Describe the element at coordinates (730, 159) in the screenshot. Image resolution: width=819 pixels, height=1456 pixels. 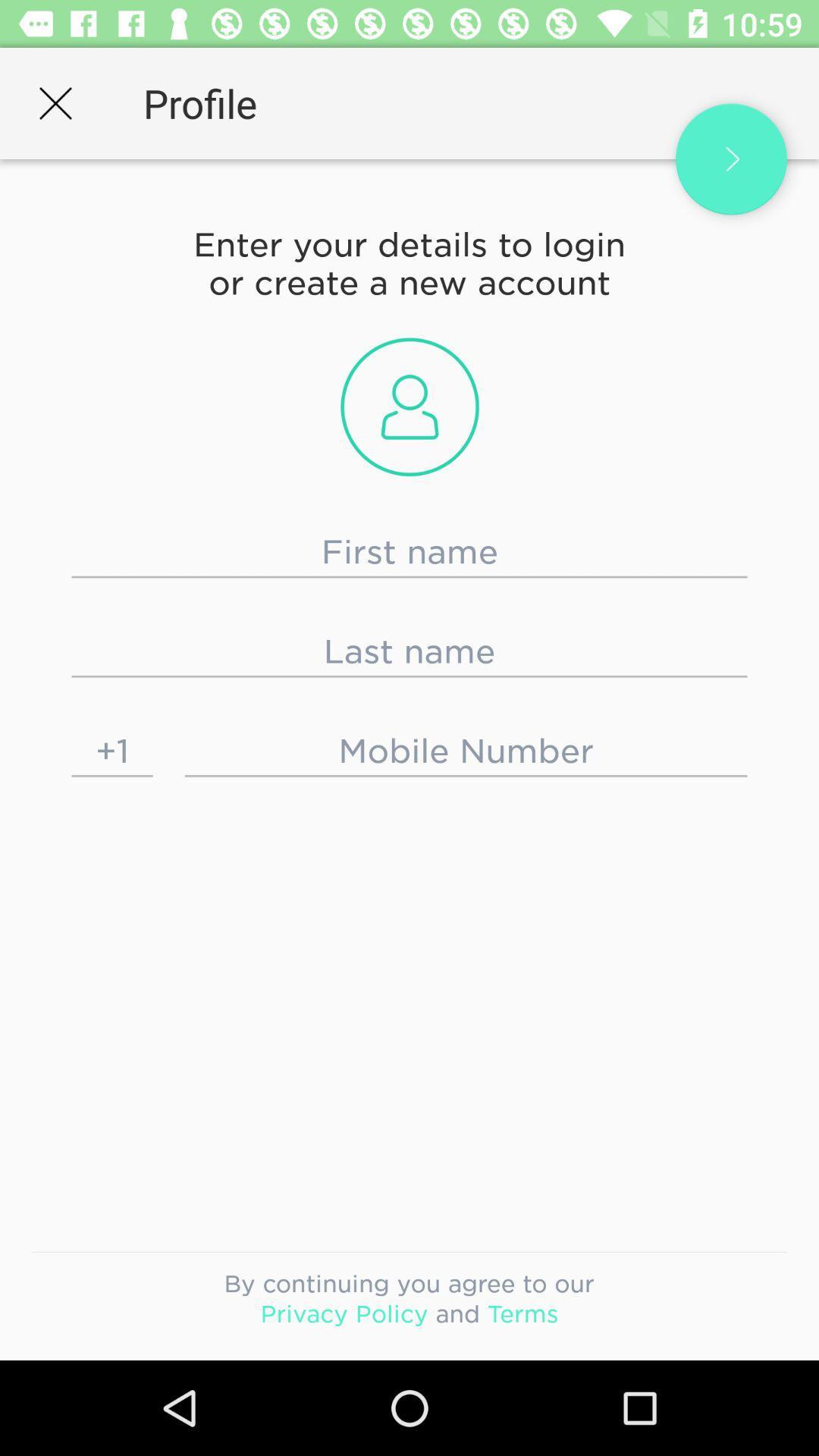
I see `options` at that location.